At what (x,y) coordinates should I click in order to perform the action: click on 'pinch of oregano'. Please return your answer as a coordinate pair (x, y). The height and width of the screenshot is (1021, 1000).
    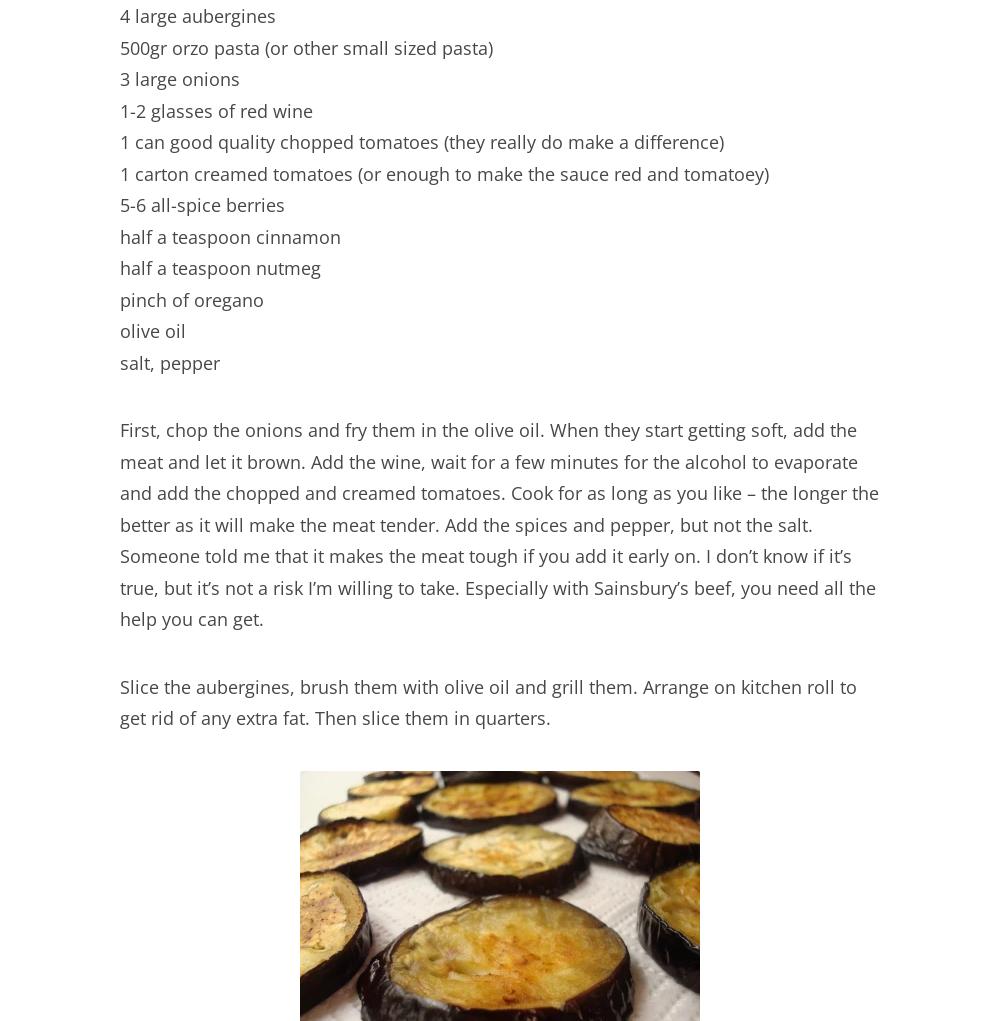
    Looking at the image, I should click on (191, 299).